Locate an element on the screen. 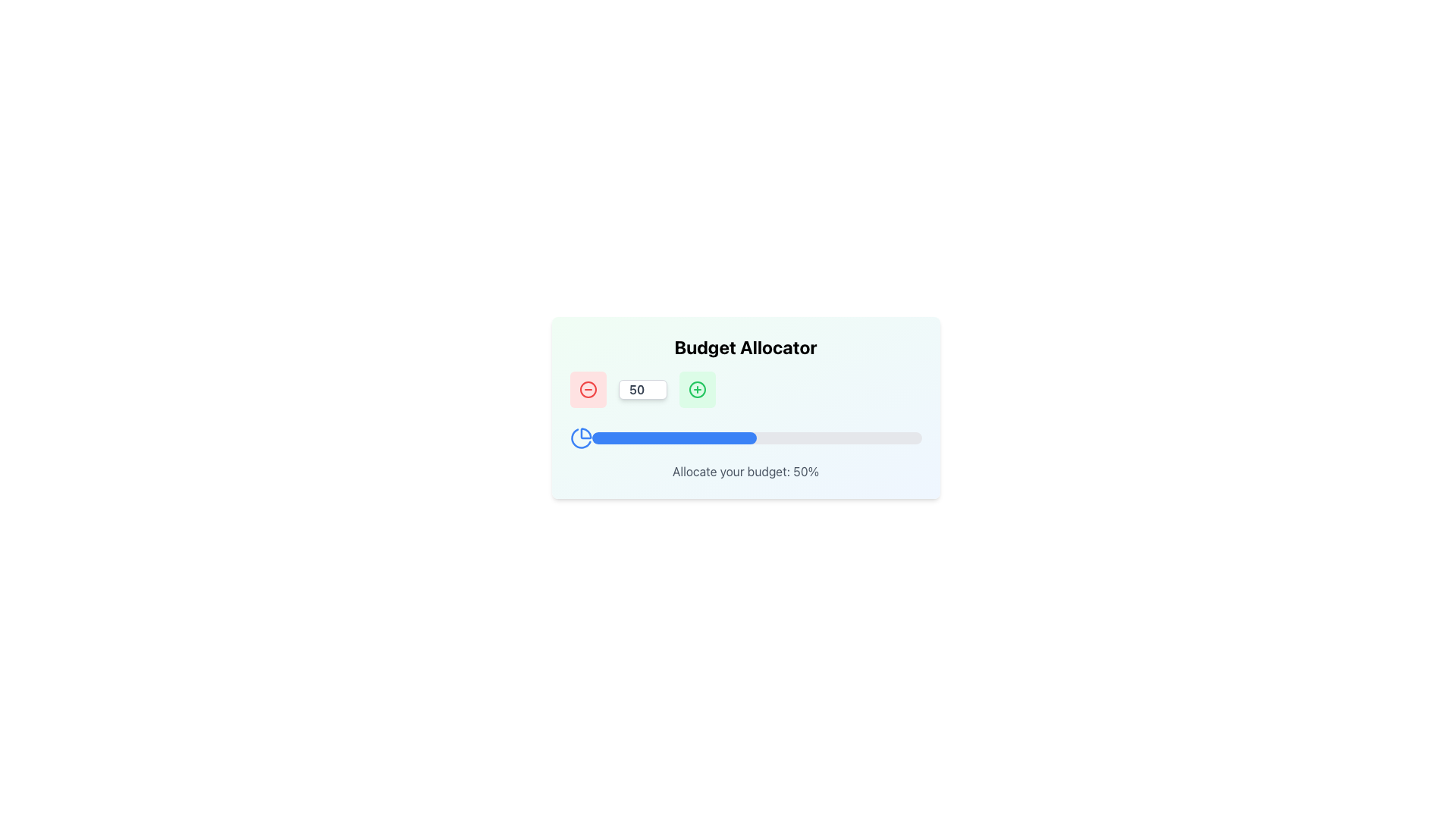  the distribution icon located on the left side of the progress bar, which represents allocation related to the progress data is located at coordinates (580, 438).